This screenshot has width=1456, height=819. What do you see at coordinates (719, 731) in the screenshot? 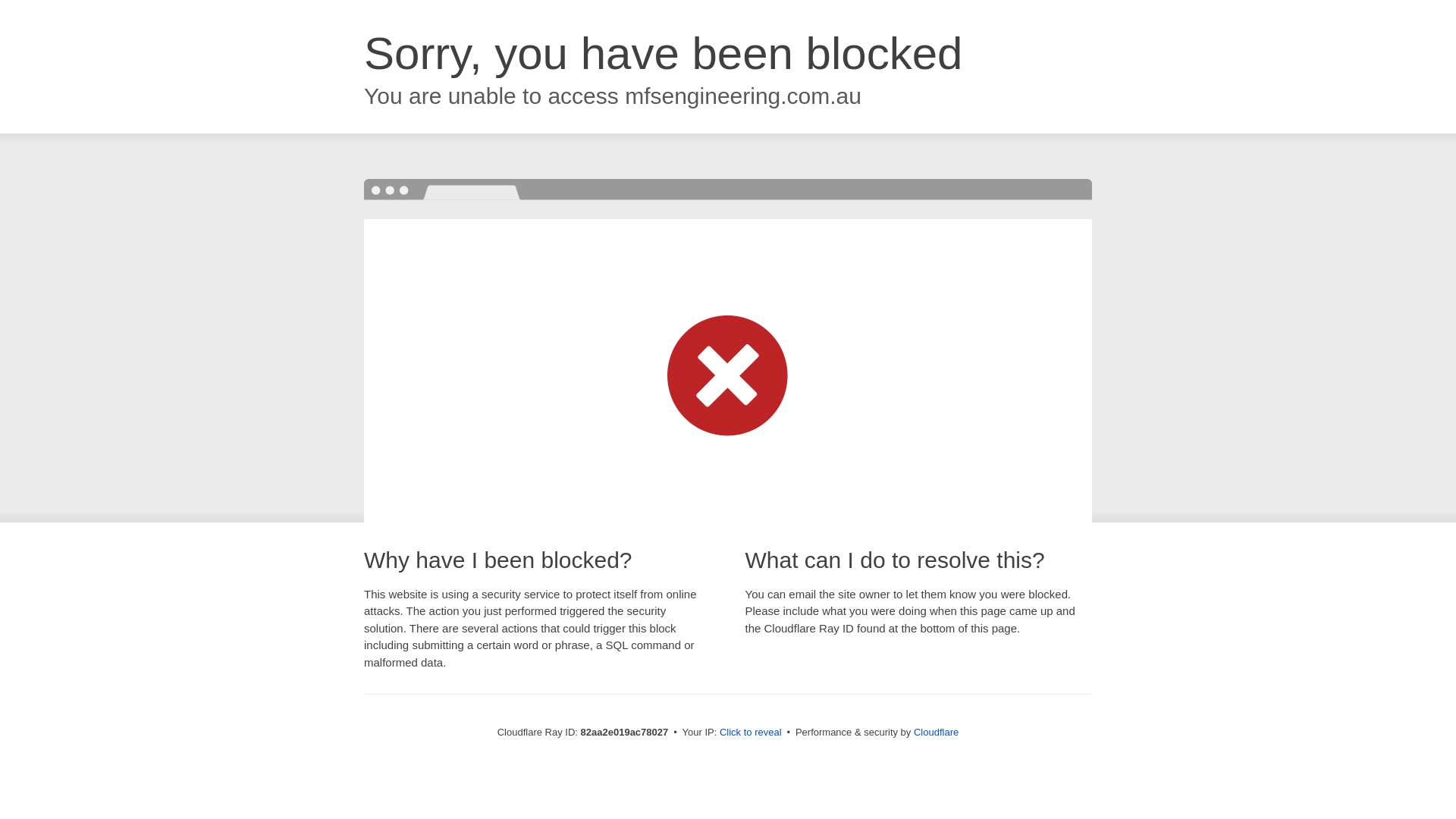
I see `'Click to reveal'` at bounding box center [719, 731].